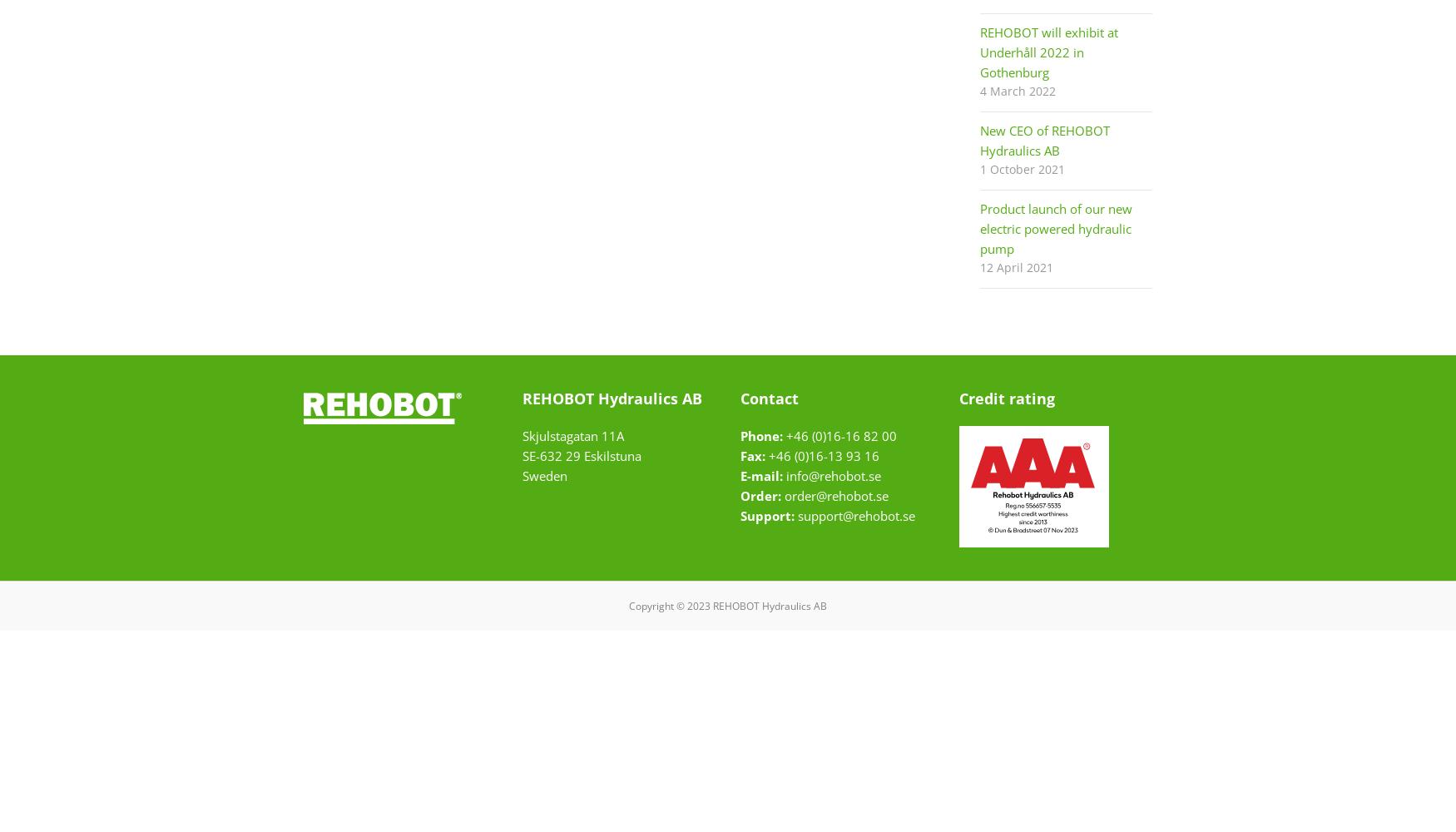 The image size is (1456, 832). I want to click on 'E-mail:', so click(760, 475).